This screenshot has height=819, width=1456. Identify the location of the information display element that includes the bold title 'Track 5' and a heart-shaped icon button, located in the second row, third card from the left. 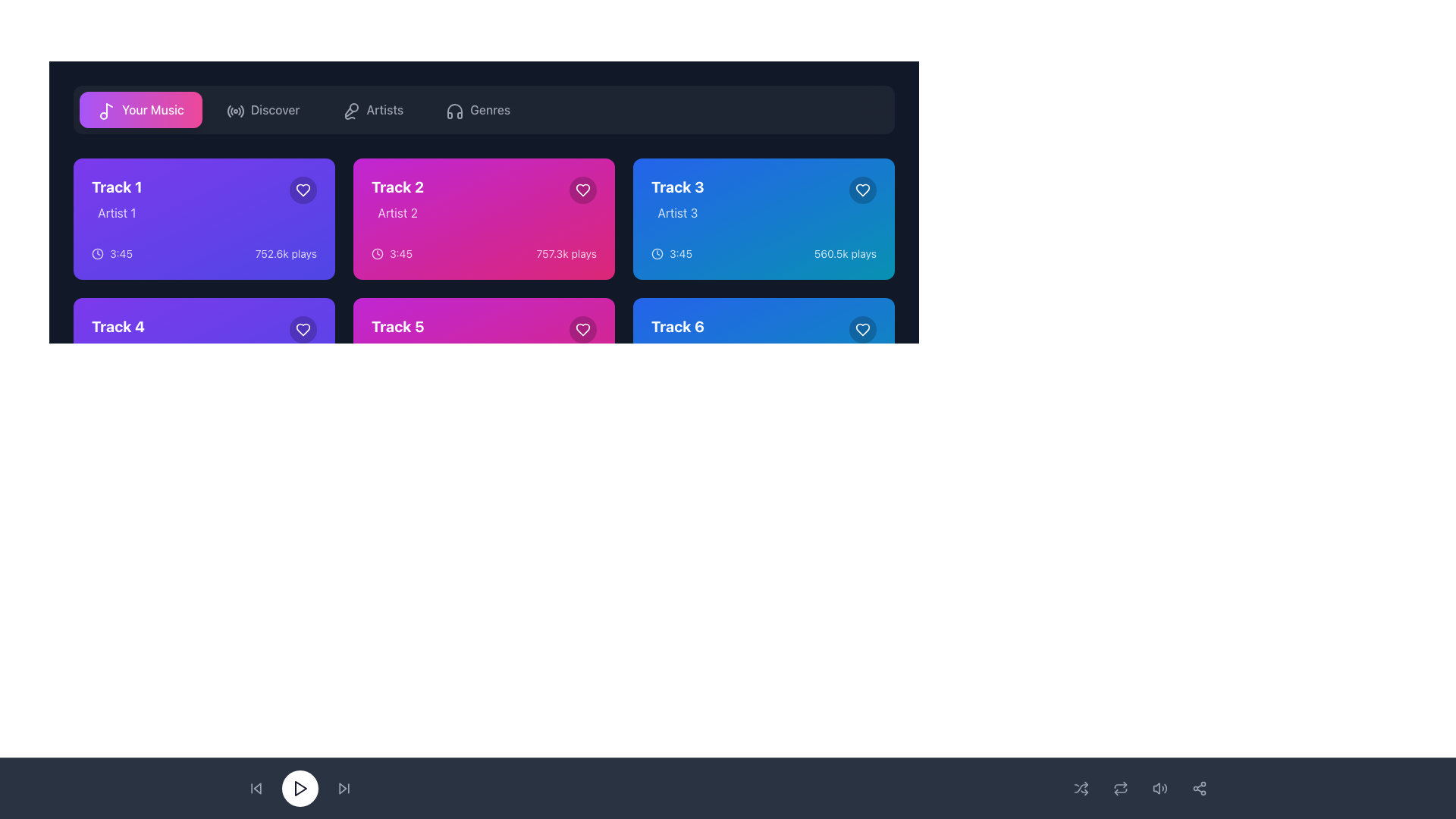
(483, 338).